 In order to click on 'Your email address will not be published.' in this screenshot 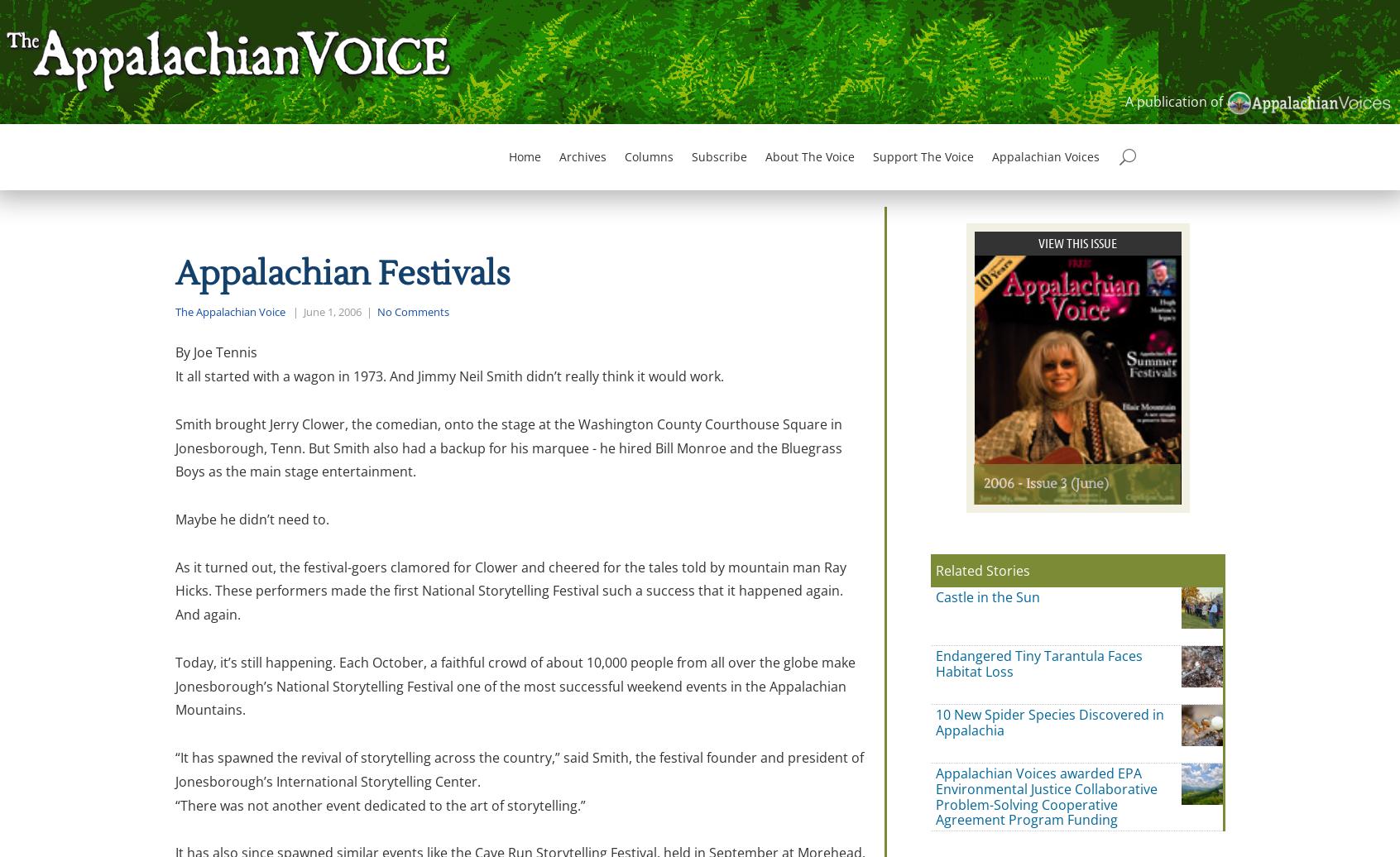, I will do `click(337, 698)`.